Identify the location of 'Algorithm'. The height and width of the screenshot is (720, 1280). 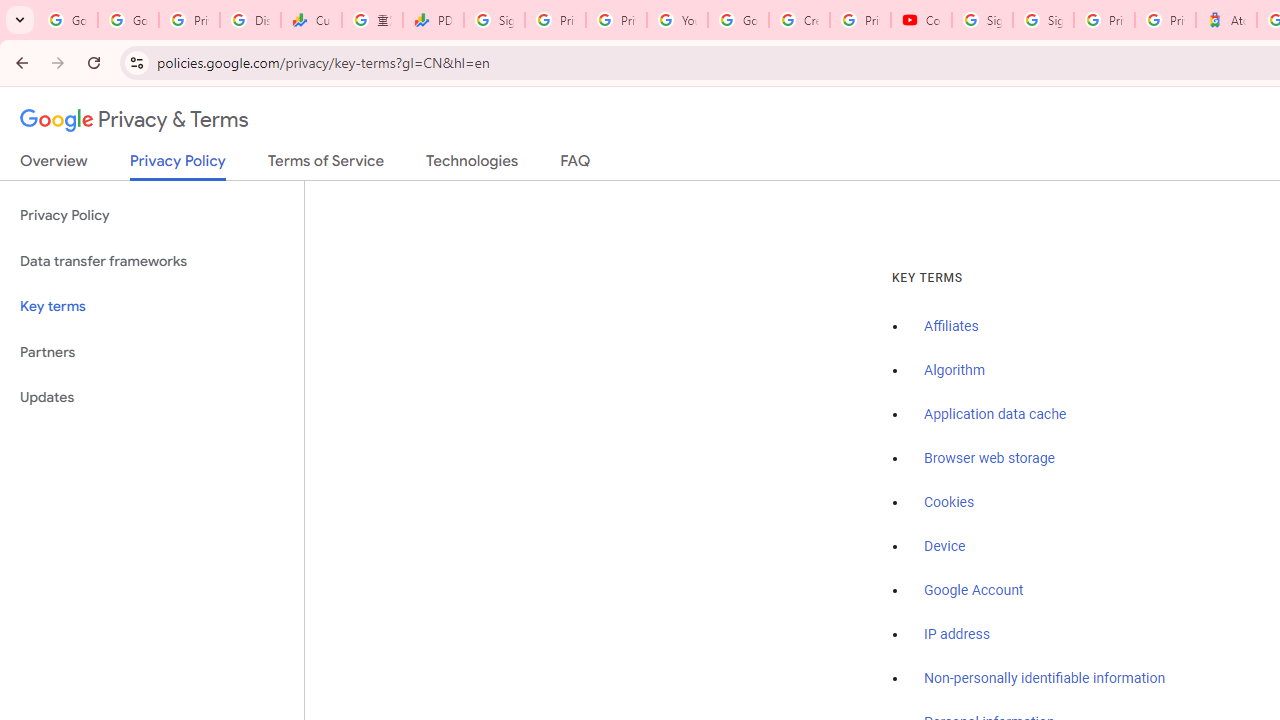
(953, 371).